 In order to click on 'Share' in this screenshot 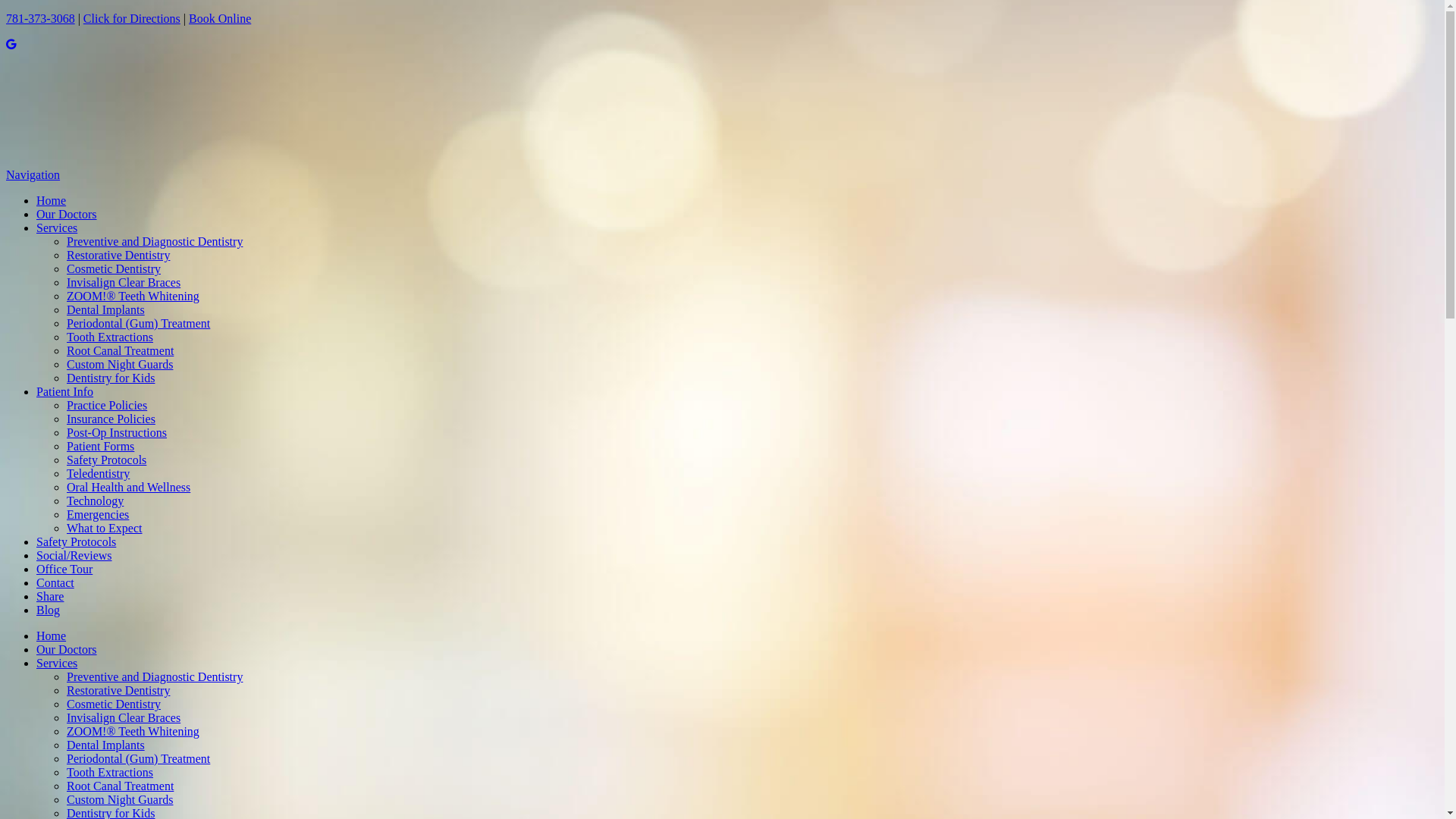, I will do `click(50, 595)`.